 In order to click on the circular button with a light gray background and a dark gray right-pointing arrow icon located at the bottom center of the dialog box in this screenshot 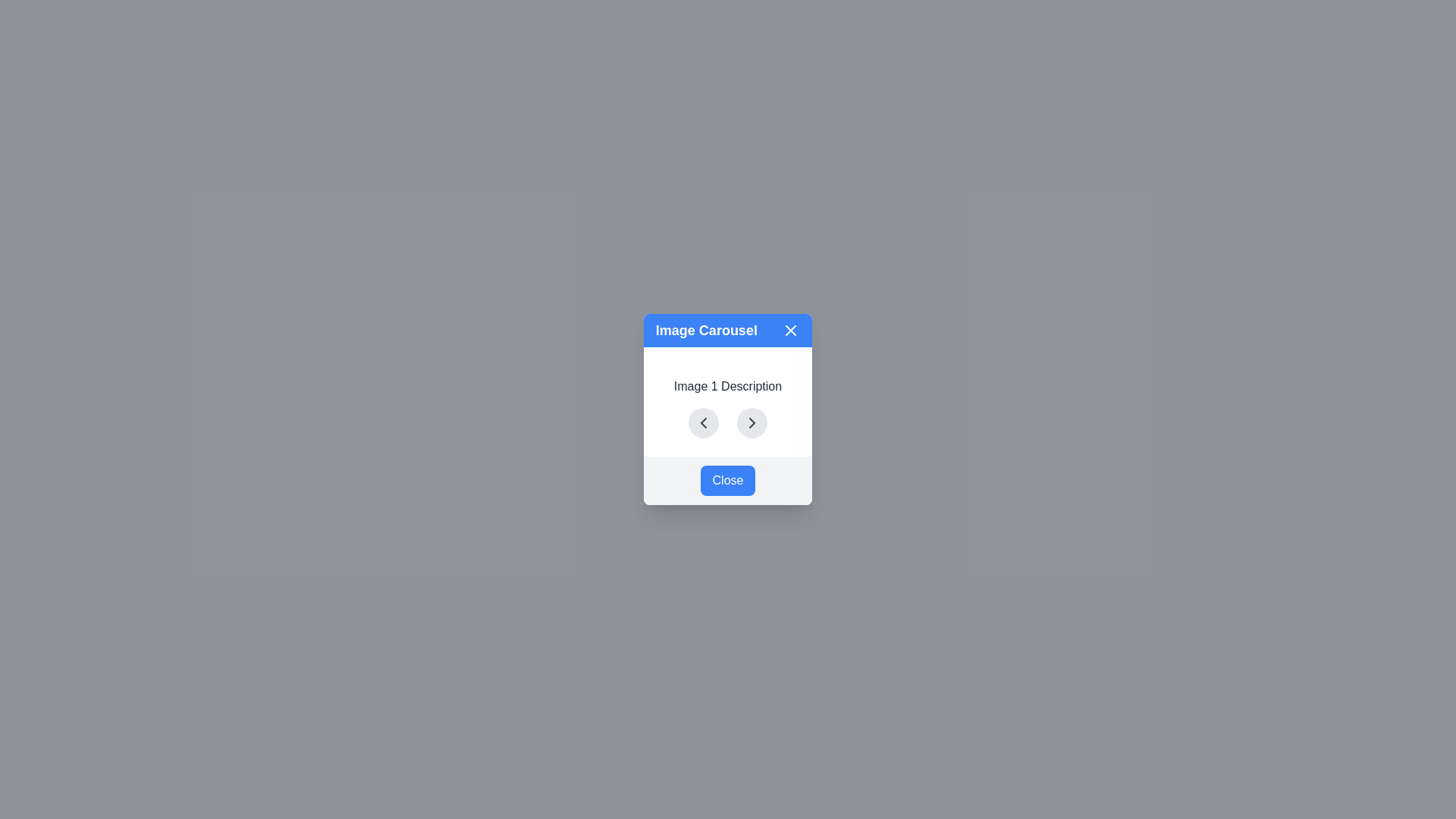, I will do `click(752, 423)`.